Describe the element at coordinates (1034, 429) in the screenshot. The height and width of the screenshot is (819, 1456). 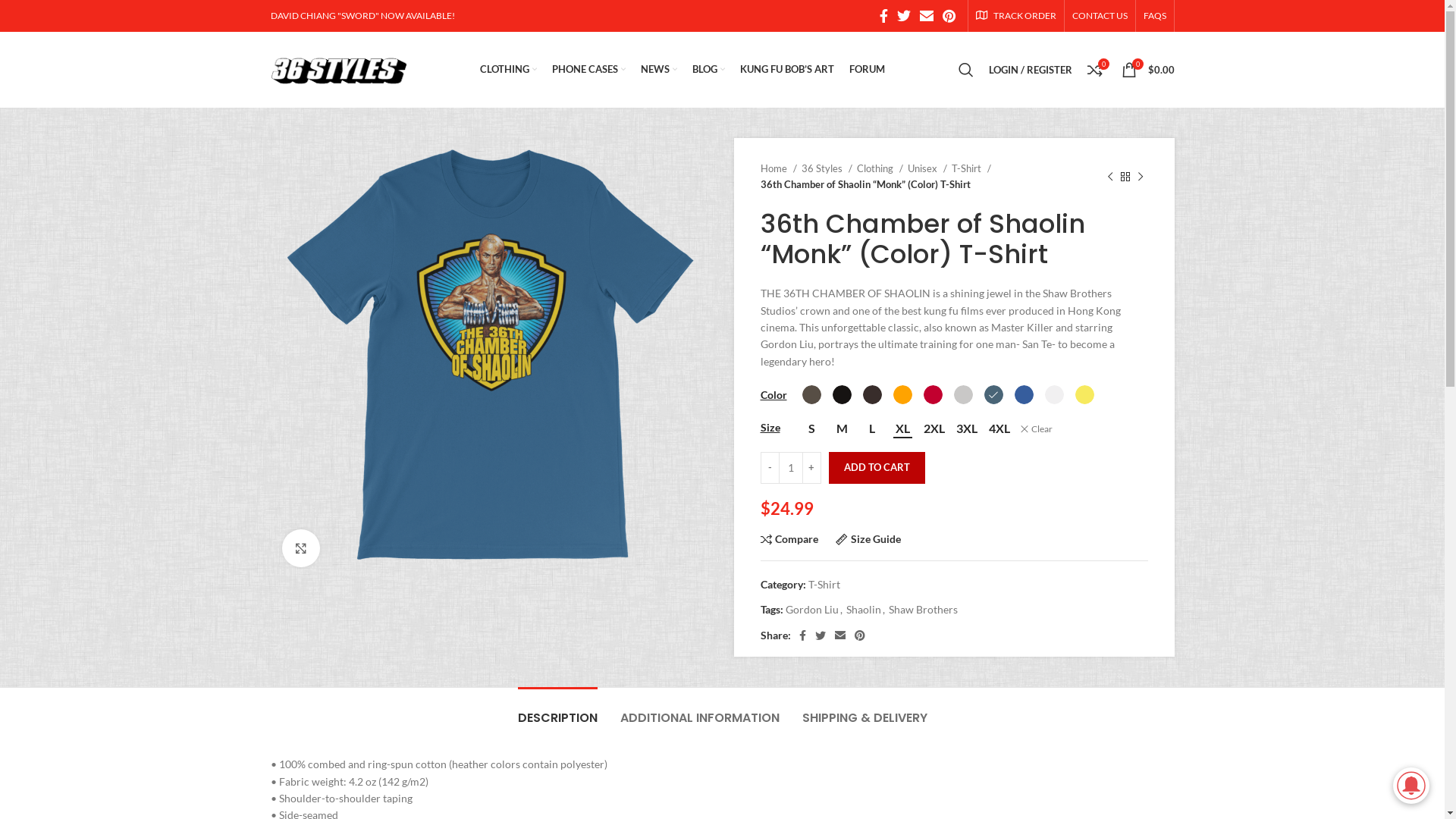
I see `'Clear'` at that location.